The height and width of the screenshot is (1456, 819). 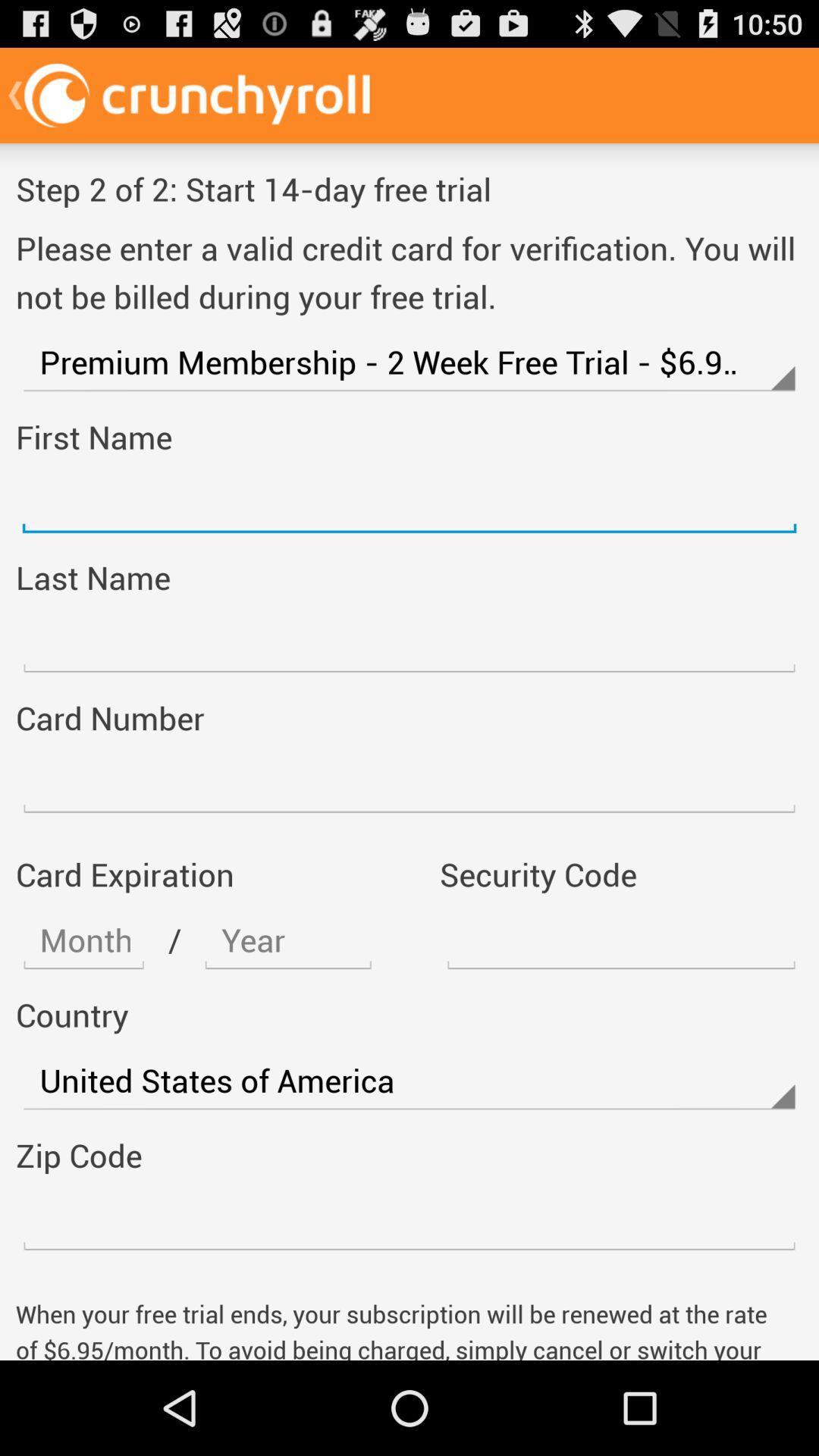 What do you see at coordinates (409, 503) in the screenshot?
I see `your first name` at bounding box center [409, 503].